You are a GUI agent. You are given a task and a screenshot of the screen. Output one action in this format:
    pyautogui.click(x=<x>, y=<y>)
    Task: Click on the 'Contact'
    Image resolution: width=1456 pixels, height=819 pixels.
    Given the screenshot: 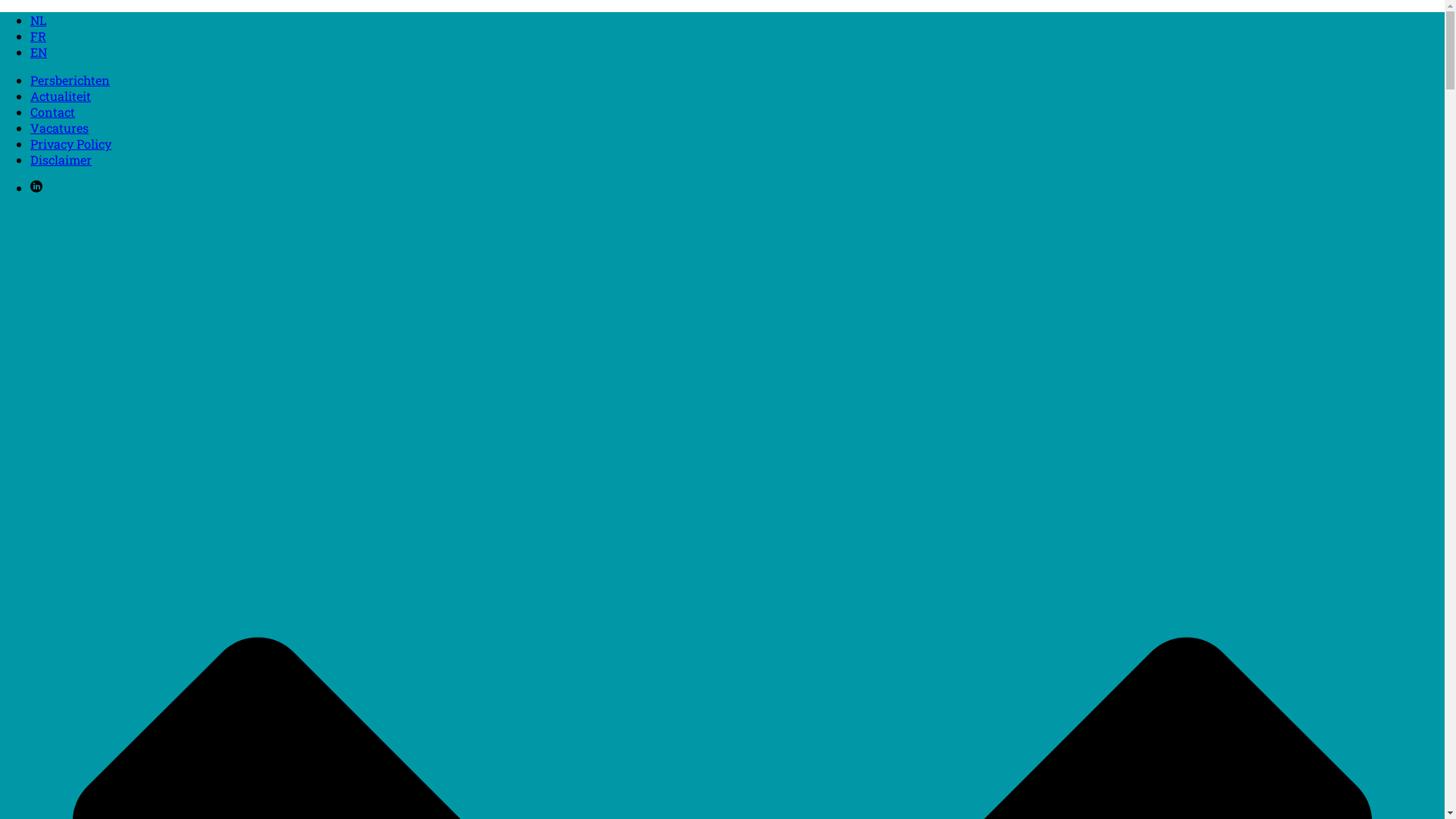 What is the action you would take?
    pyautogui.click(x=52, y=111)
    